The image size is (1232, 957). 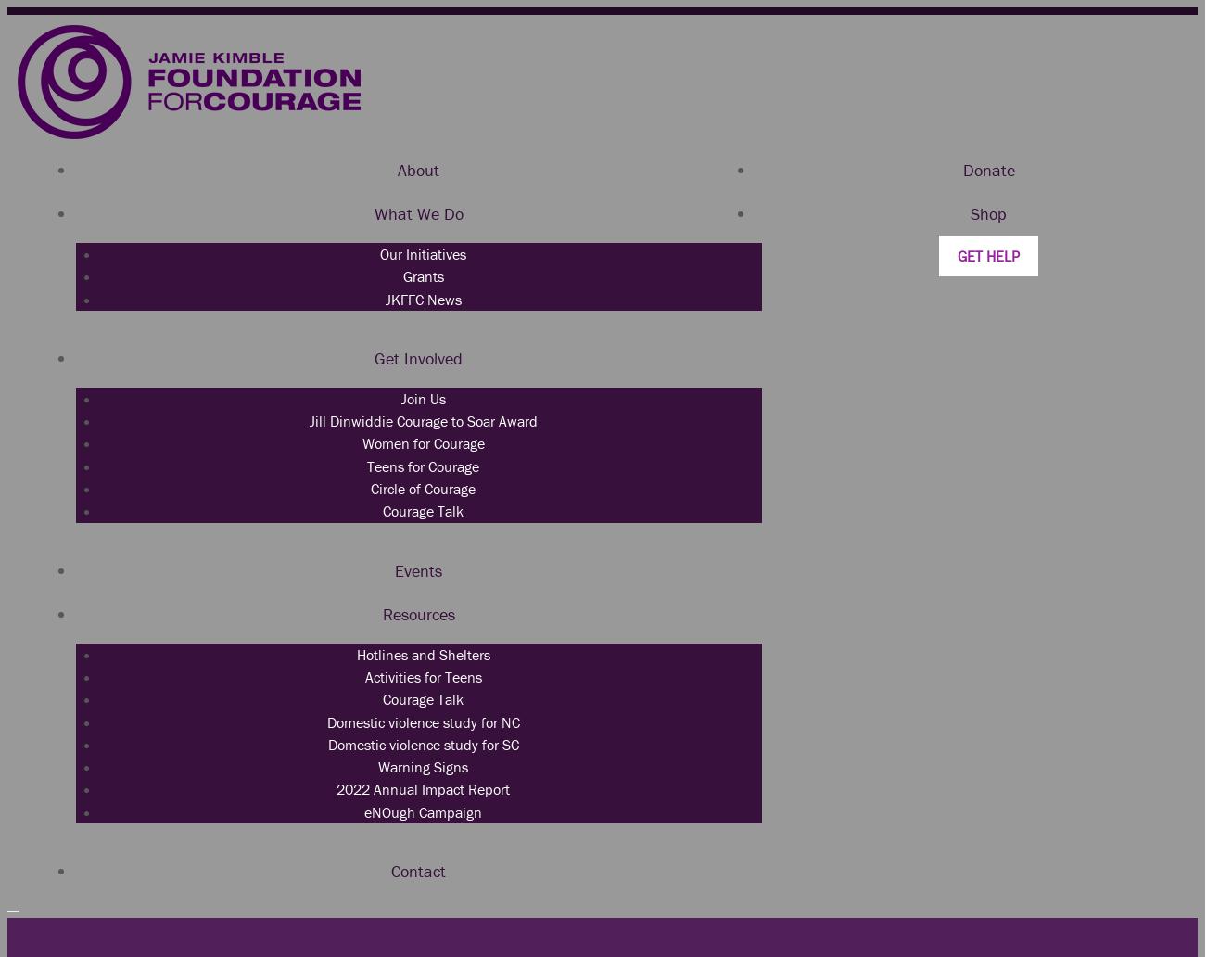 I want to click on 'Domestic violence study for NC', so click(x=421, y=721).